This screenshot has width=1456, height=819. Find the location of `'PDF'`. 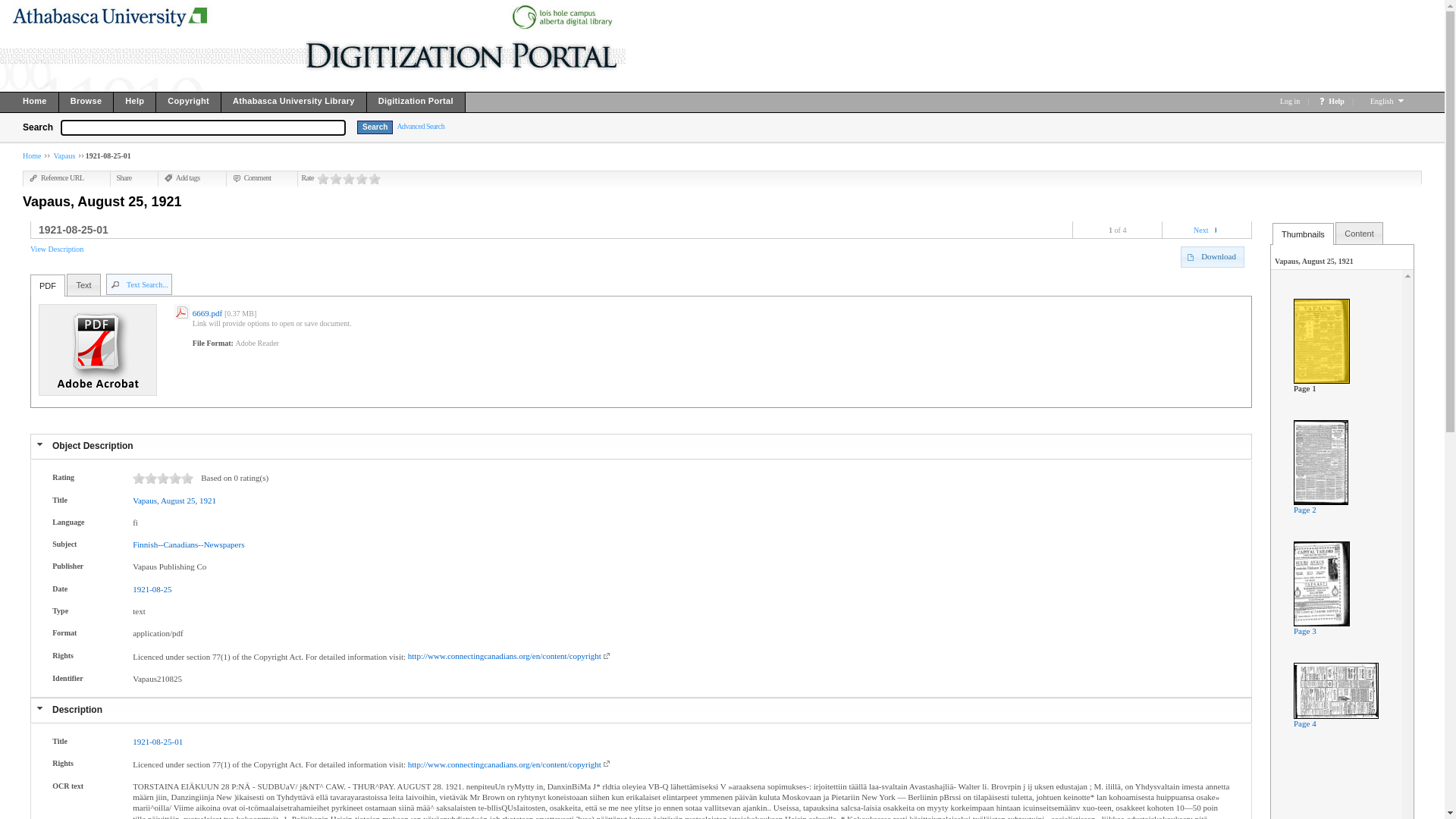

'PDF' is located at coordinates (47, 286).